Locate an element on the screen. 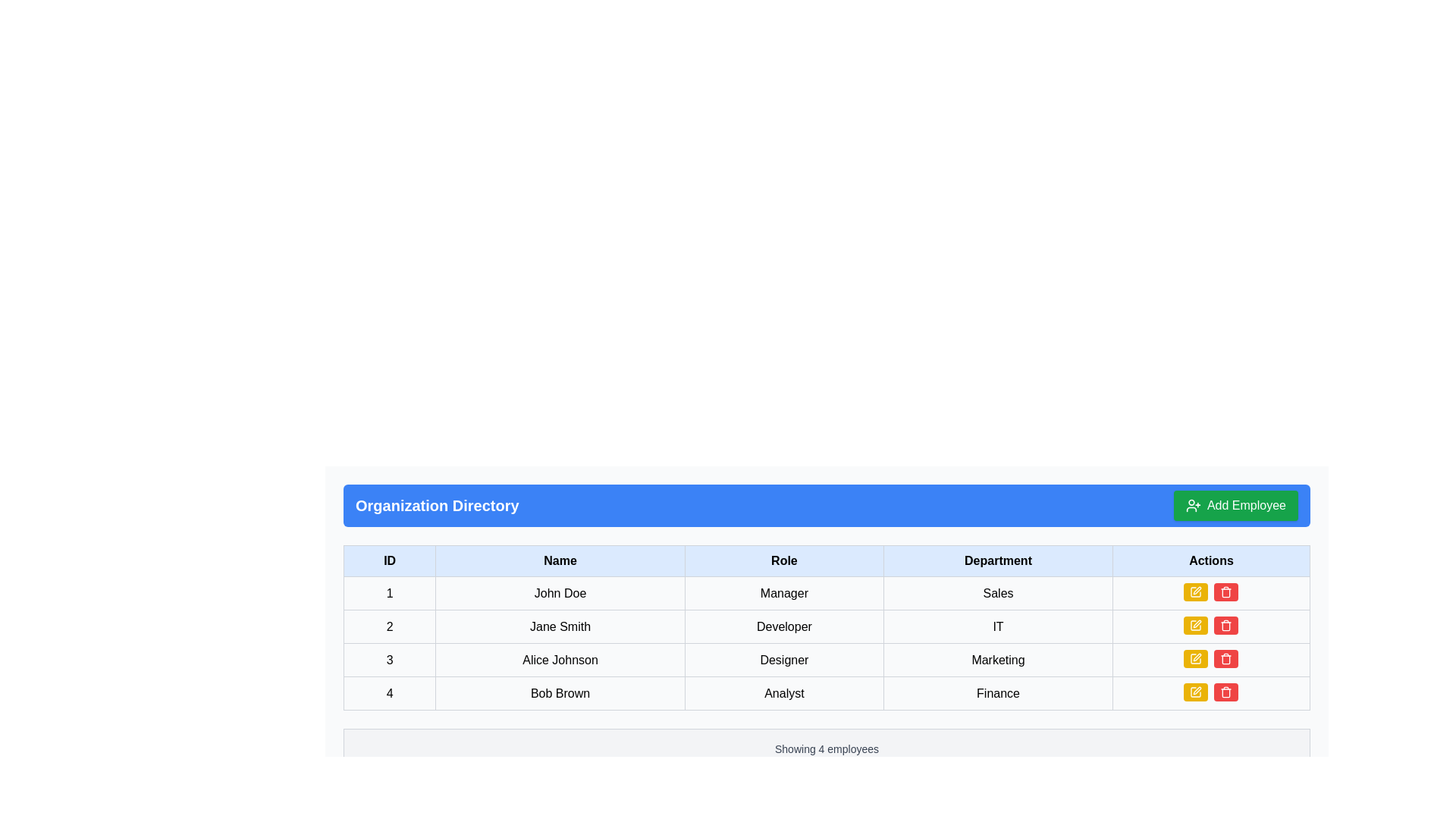 This screenshot has height=819, width=1456. the trash can icon located in the 'Actions' column of the fourth row in the table is located at coordinates (1226, 659).